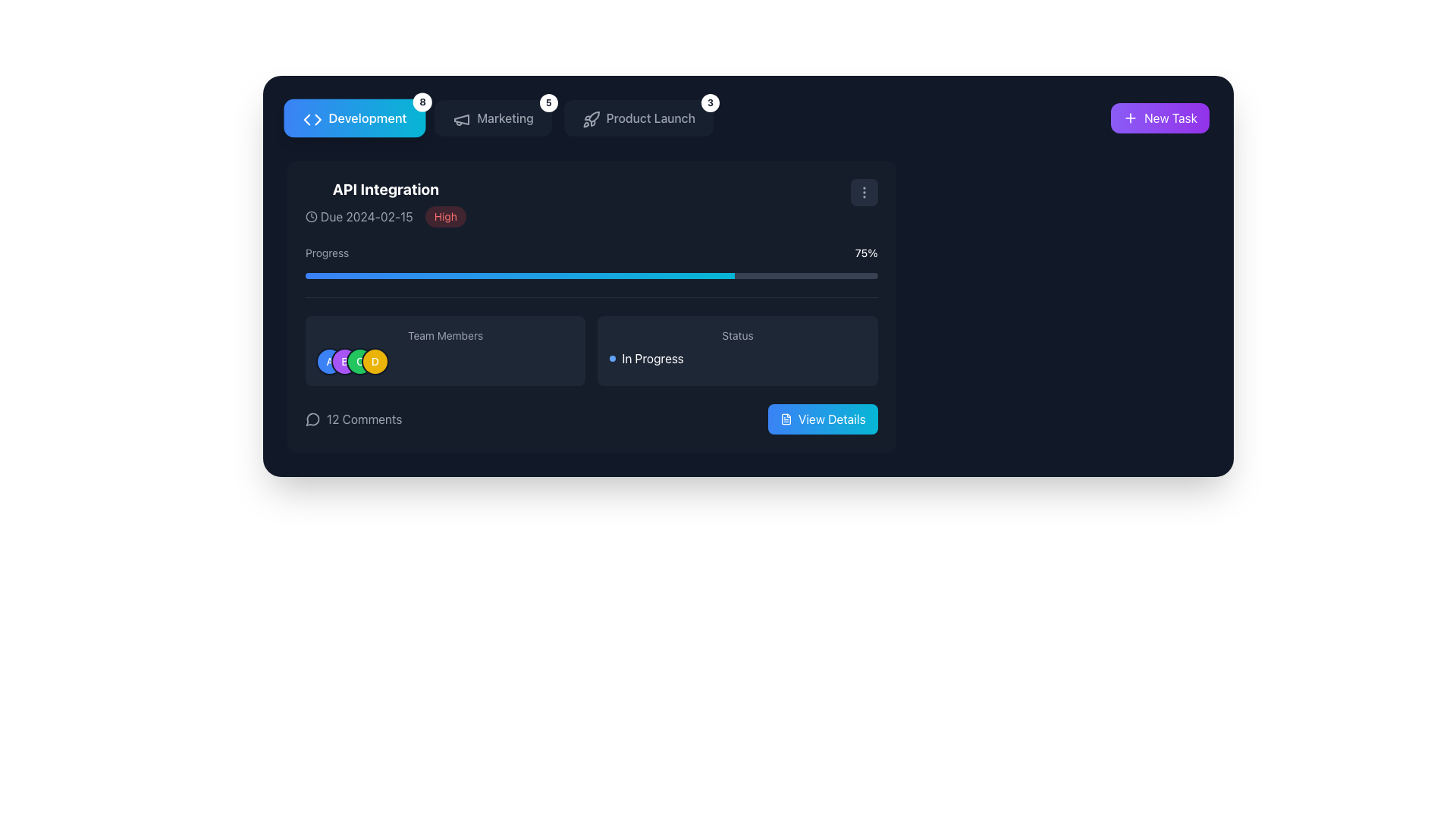 The height and width of the screenshot is (819, 1456). I want to click on the icon representing announcements or promotions, located near the central-right side of the 'Marketing' button in the navigation bar, so click(461, 119).